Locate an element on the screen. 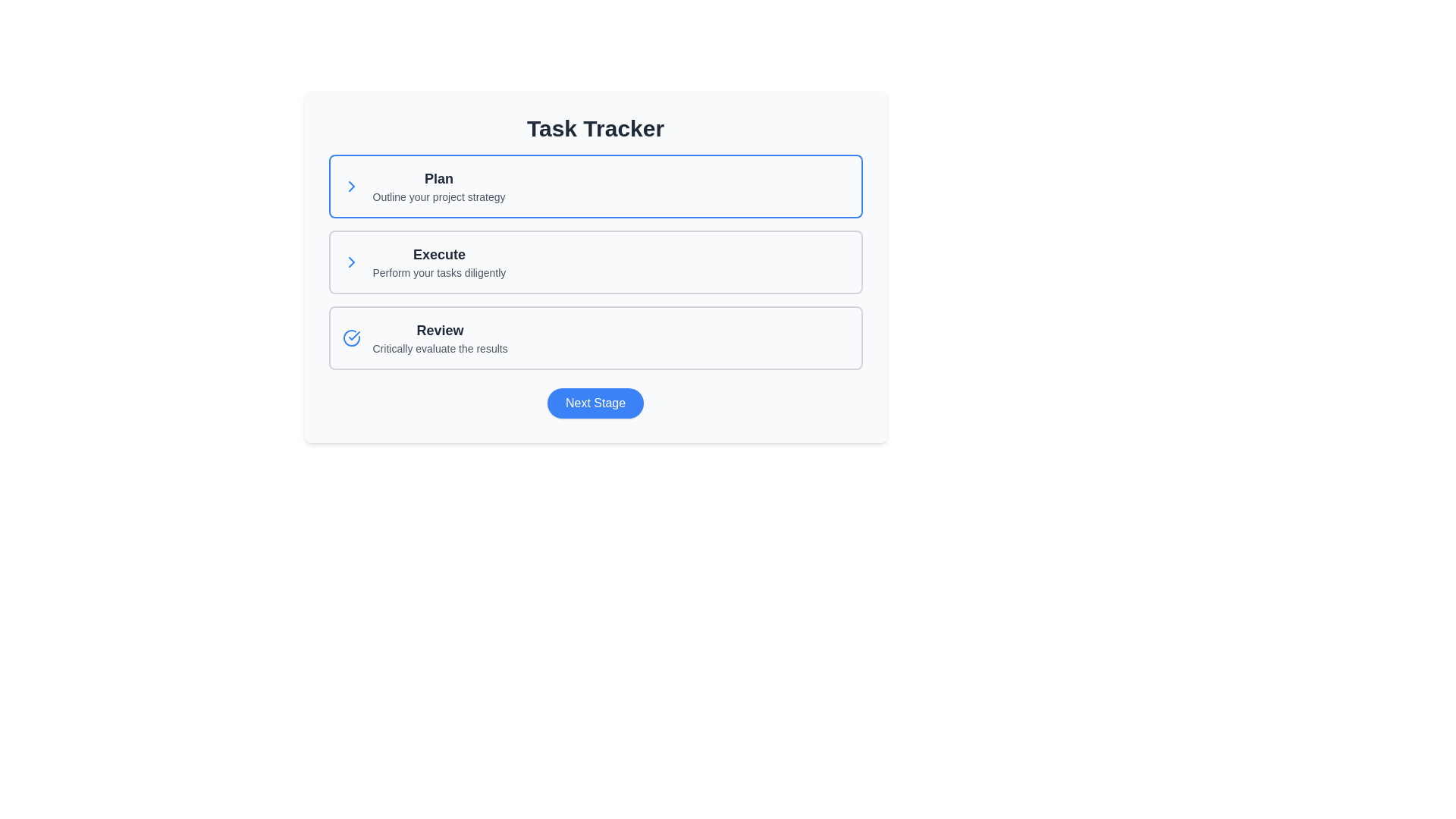  the chevron icon located to the left of the 'Plan' text, which indicates additional details or actions related to the 'Plan' section is located at coordinates (350, 186).